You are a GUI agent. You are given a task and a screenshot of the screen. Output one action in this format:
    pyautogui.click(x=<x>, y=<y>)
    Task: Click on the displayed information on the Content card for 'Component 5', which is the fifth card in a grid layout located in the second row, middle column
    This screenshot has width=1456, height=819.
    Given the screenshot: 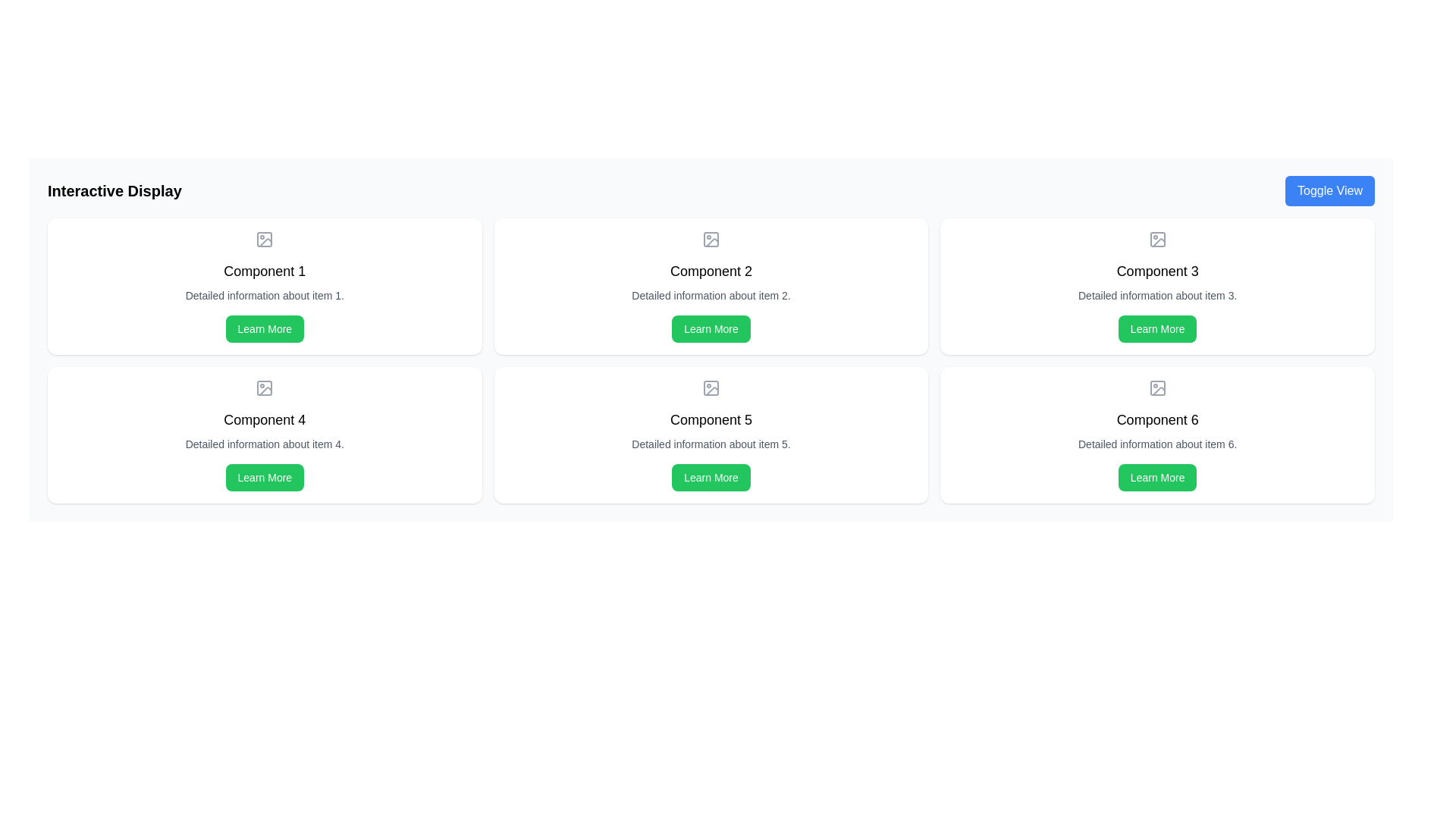 What is the action you would take?
    pyautogui.click(x=710, y=435)
    